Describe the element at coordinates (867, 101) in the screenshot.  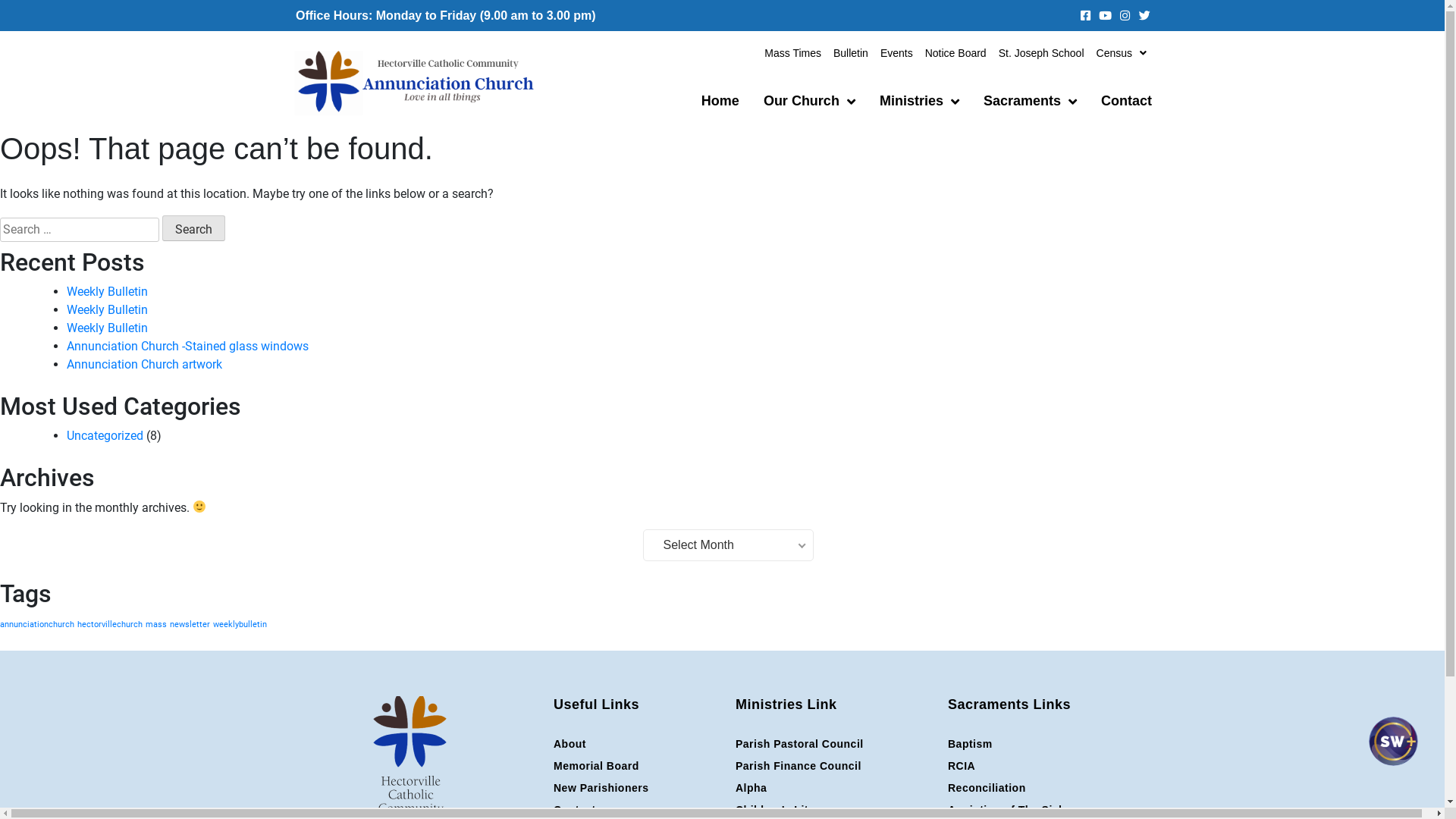
I see `'Ministries'` at that location.